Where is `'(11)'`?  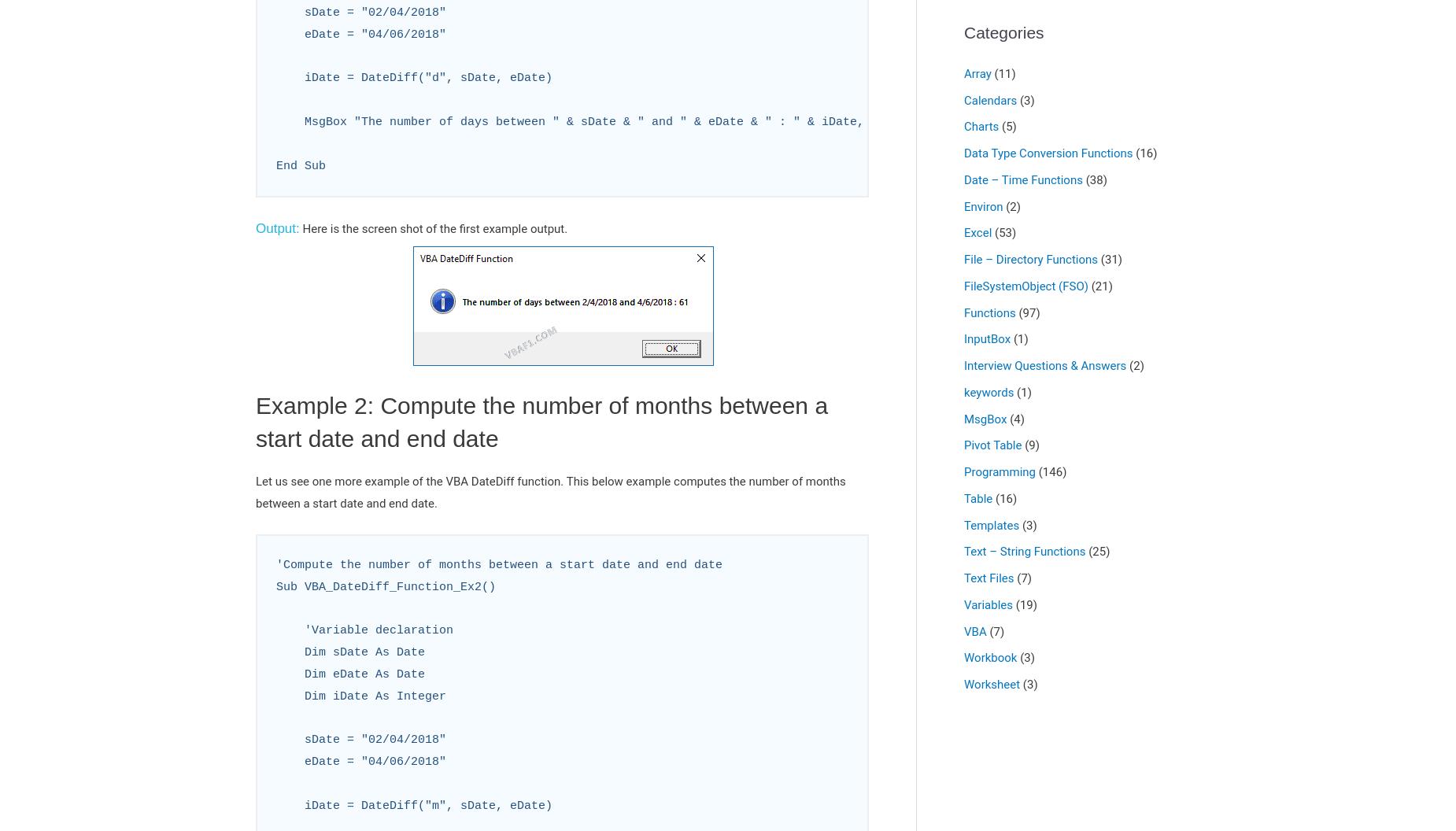
'(11)' is located at coordinates (989, 72).